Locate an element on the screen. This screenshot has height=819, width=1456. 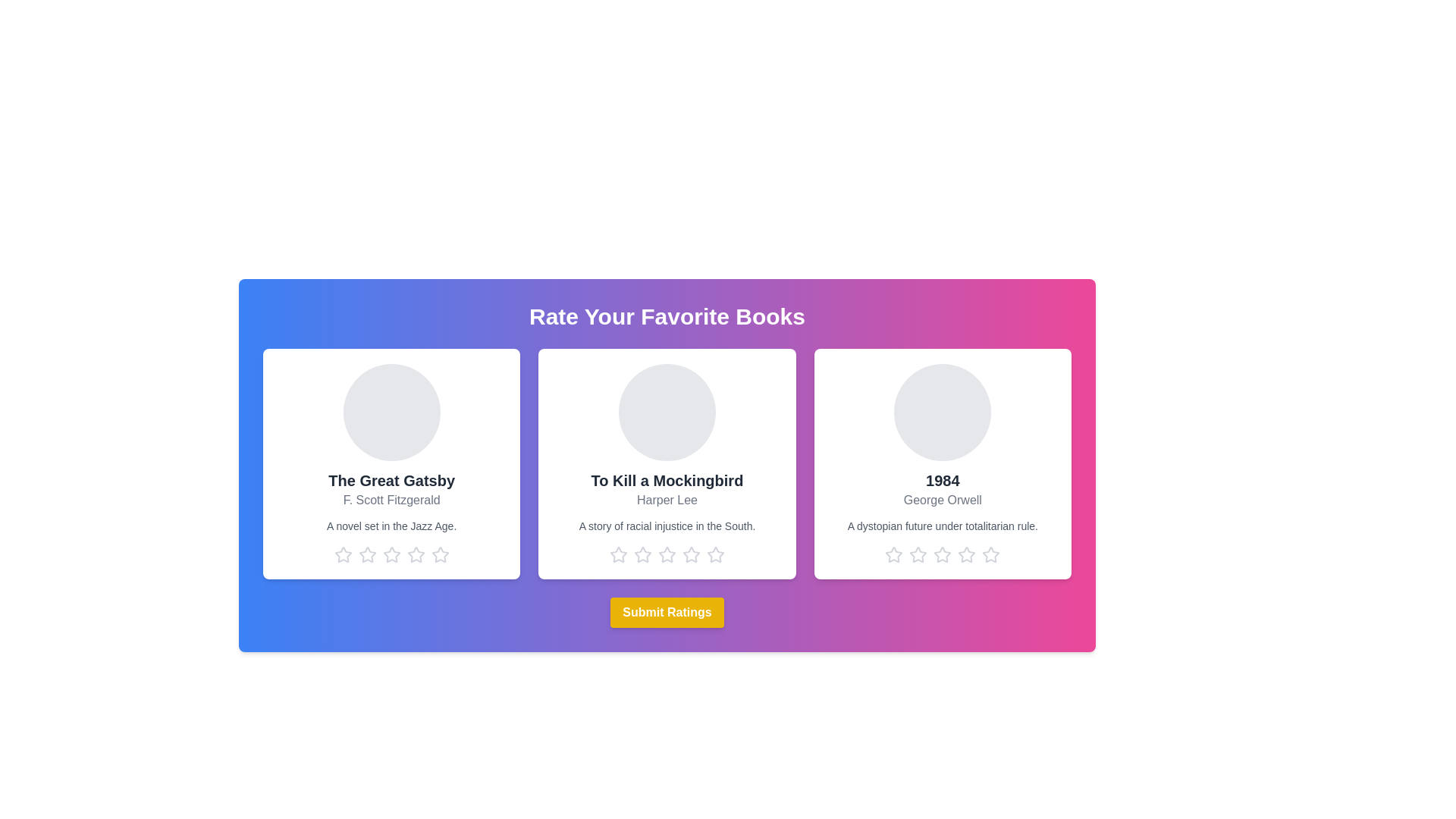
the star corresponding to 3 stars for the book titled To Kill a Mockingbird is located at coordinates (667, 555).